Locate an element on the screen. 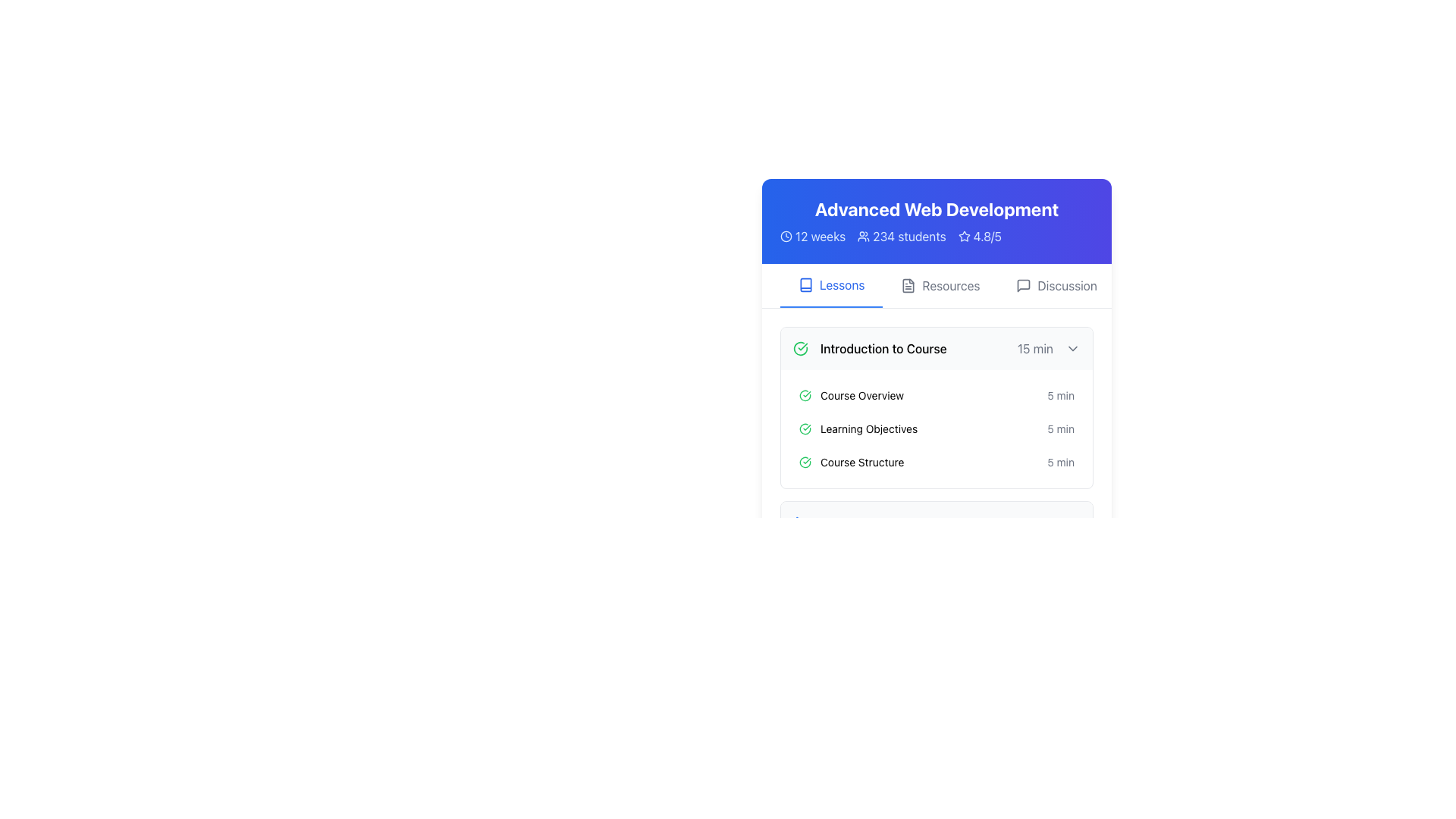 This screenshot has height=819, width=1456. the text label displaying '15 min', which is styled in gray and positioned to the right of the bold title 'Introduction to Course' is located at coordinates (1034, 348).